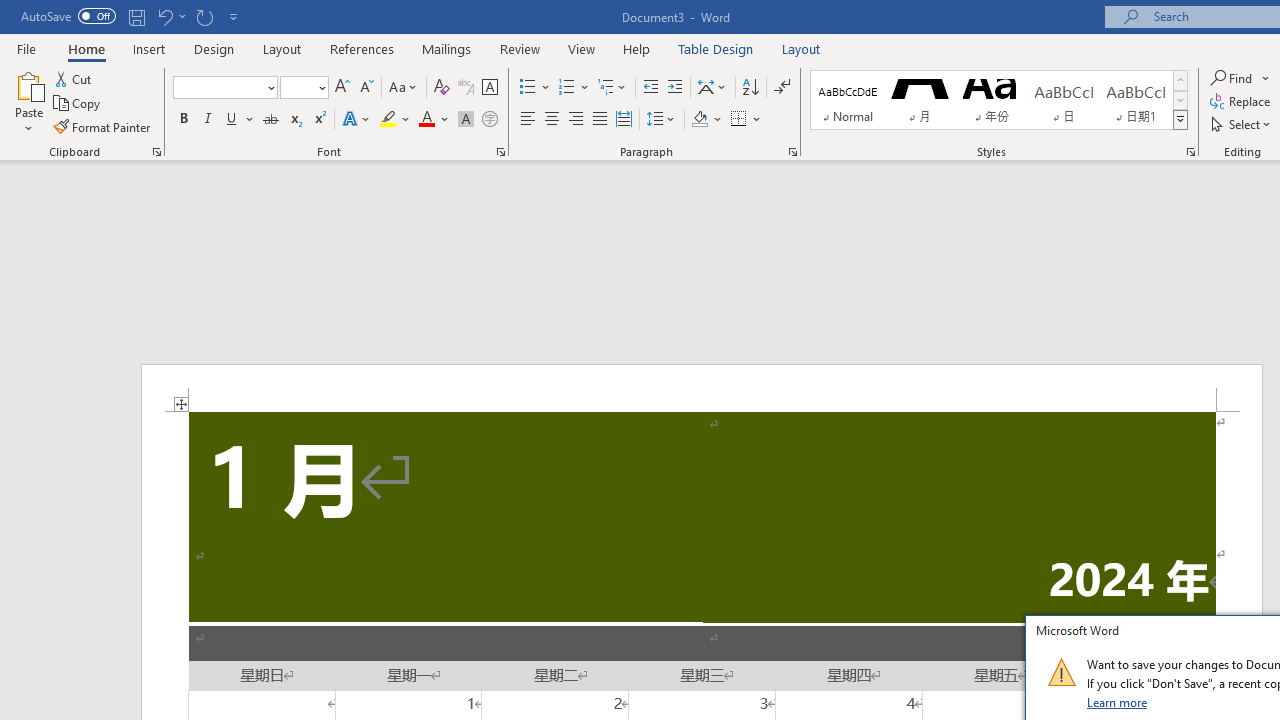  Describe the element at coordinates (164, 16) in the screenshot. I see `'Undo Apply Quick Style'` at that location.